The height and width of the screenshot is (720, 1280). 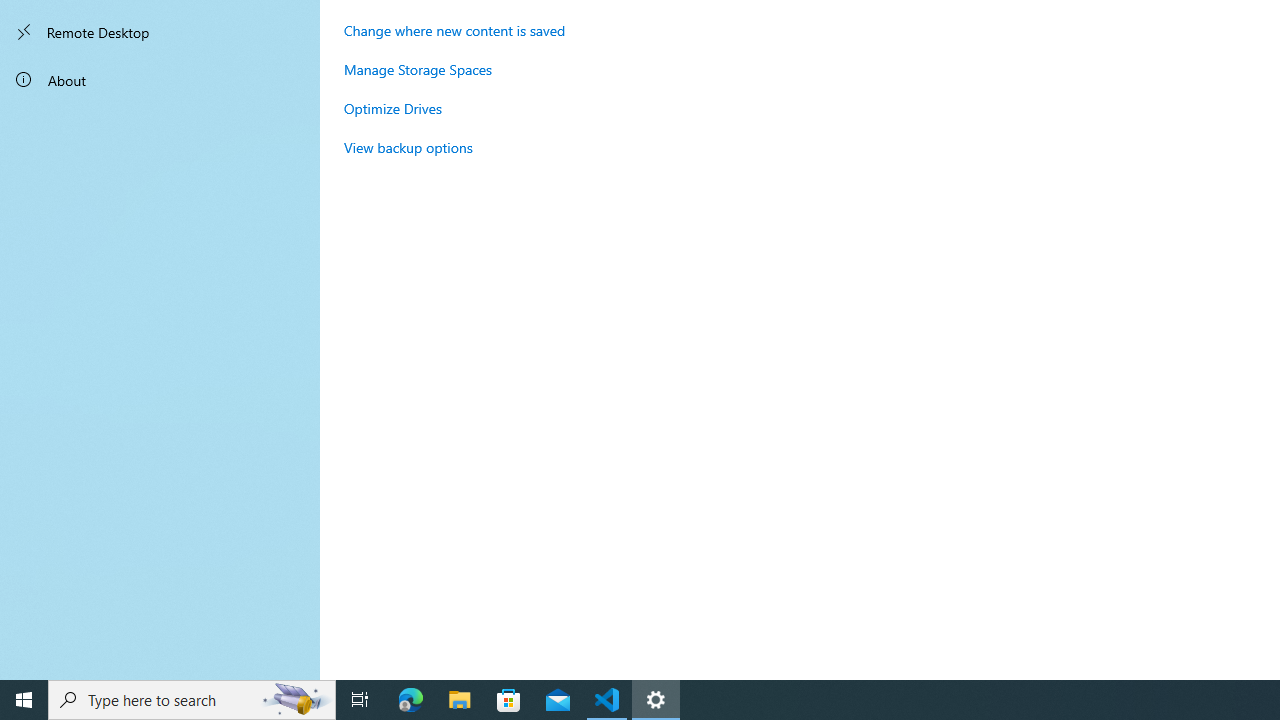 I want to click on 'Microsoft Store', so click(x=509, y=698).